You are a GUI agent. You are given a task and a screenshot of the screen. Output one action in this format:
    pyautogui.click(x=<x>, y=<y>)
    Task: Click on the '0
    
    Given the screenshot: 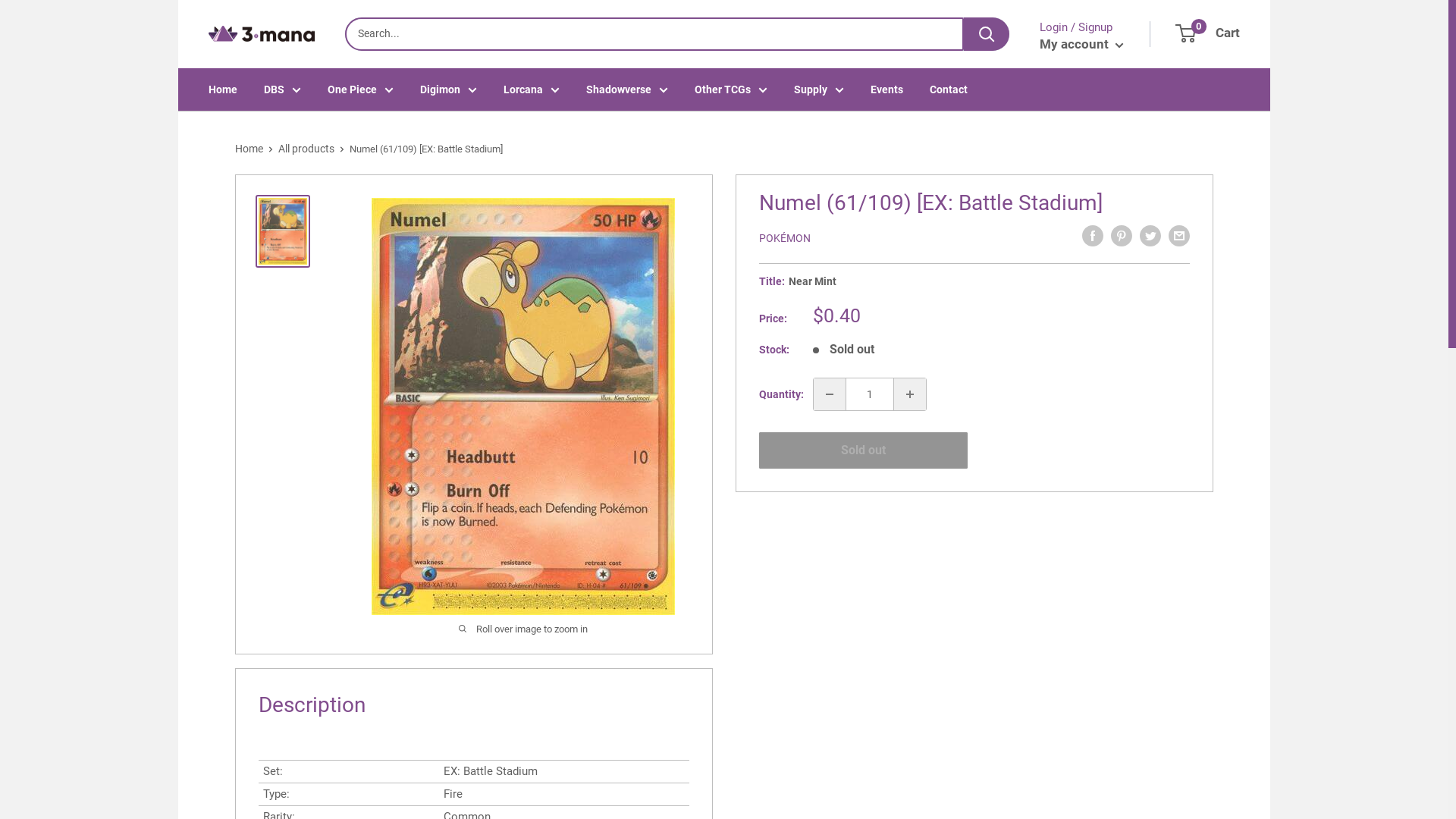 What is the action you would take?
    pyautogui.click(x=1175, y=33)
    